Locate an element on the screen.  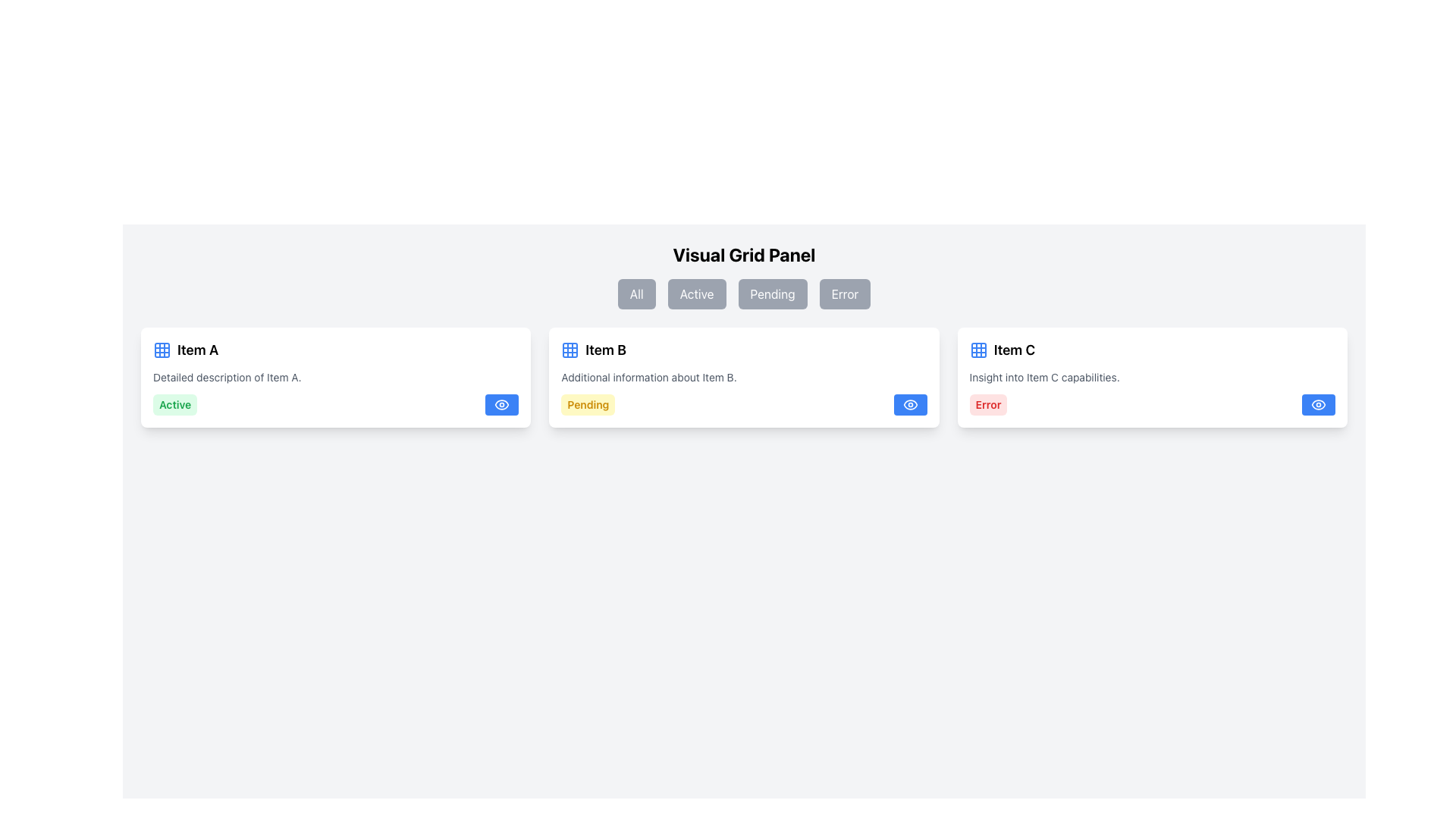
the text string styled in small gray font that reads 'Additional information about Item B.' located in the card for 'Item B', positioned directly below the title 'Item B' is located at coordinates (648, 376).